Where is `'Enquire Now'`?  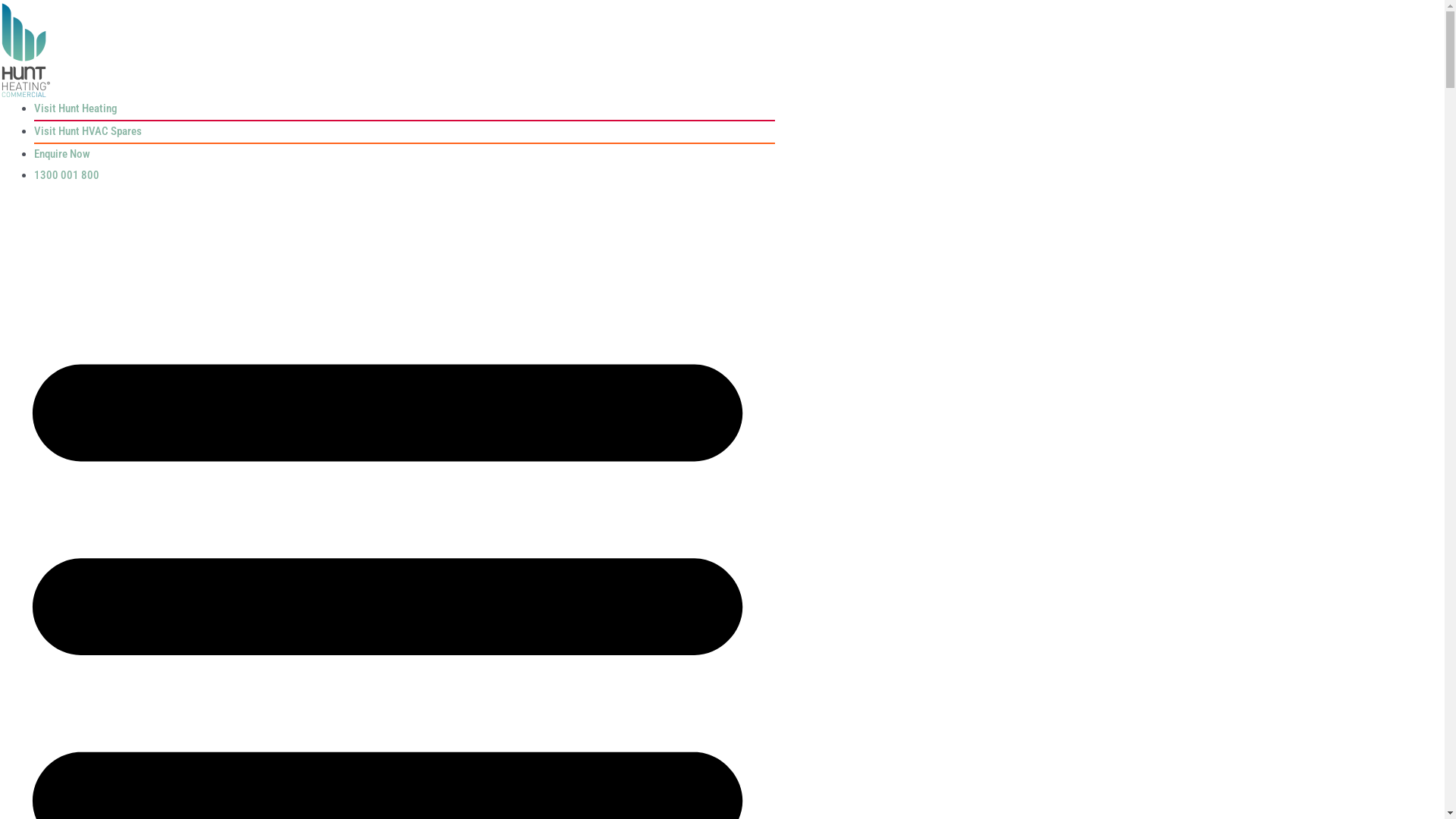 'Enquire Now' is located at coordinates (61, 154).